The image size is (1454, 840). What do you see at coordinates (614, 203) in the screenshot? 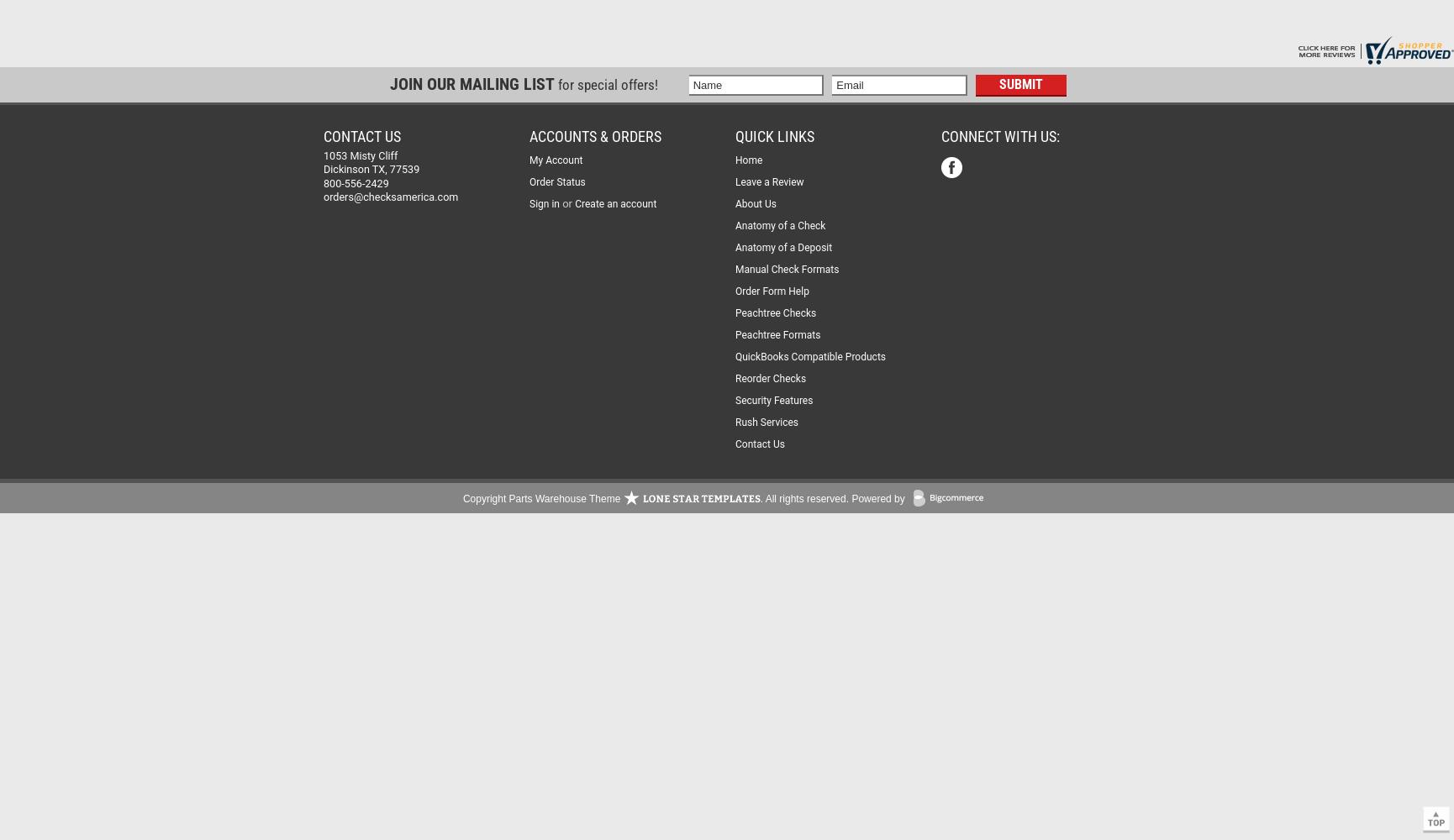
I see `'Create an account'` at bounding box center [614, 203].